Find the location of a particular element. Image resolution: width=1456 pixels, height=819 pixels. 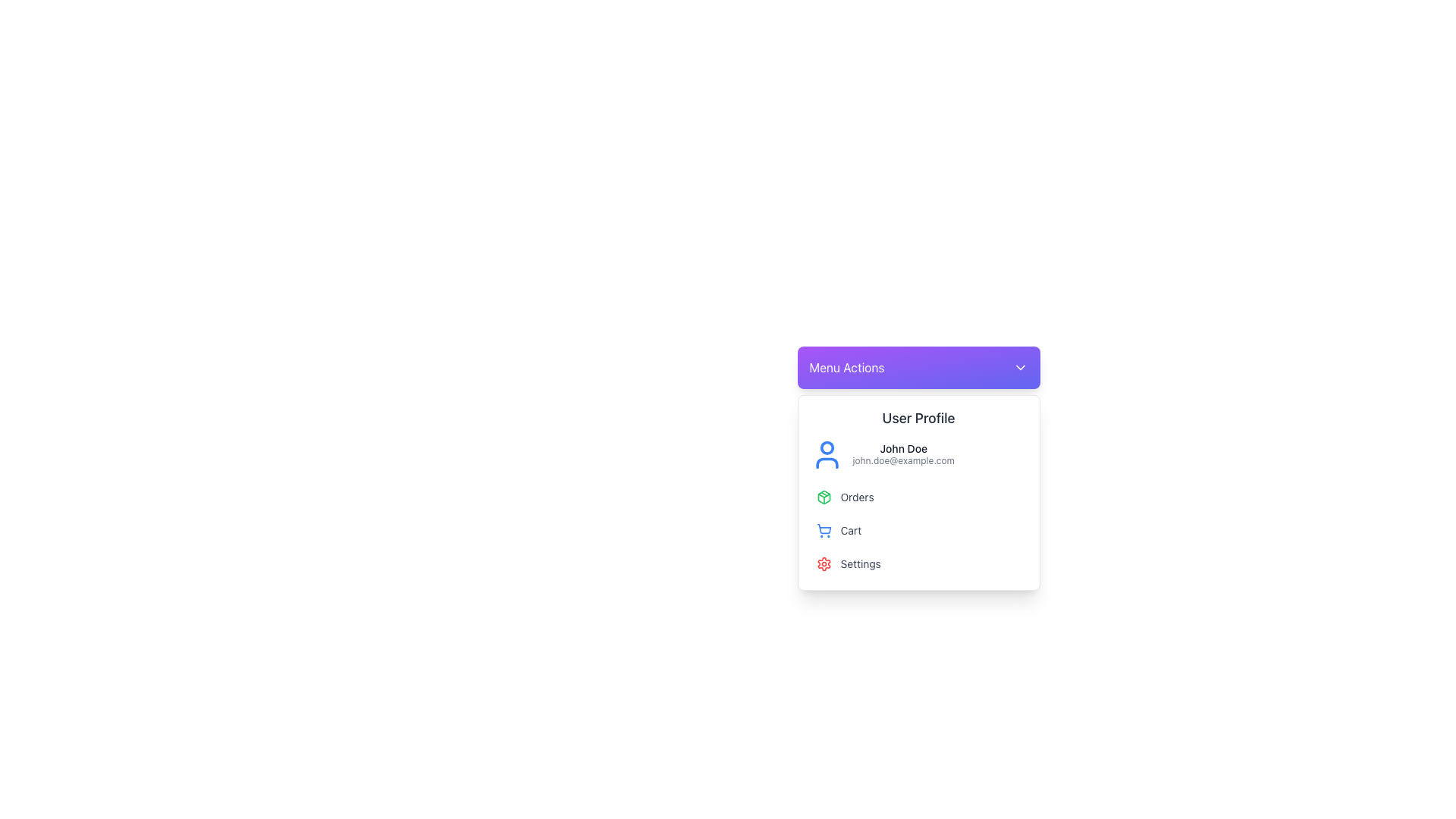

the Text display area that shows the user's name and email address, positioned under the title 'User Profile' and to the right of the user icon is located at coordinates (903, 454).